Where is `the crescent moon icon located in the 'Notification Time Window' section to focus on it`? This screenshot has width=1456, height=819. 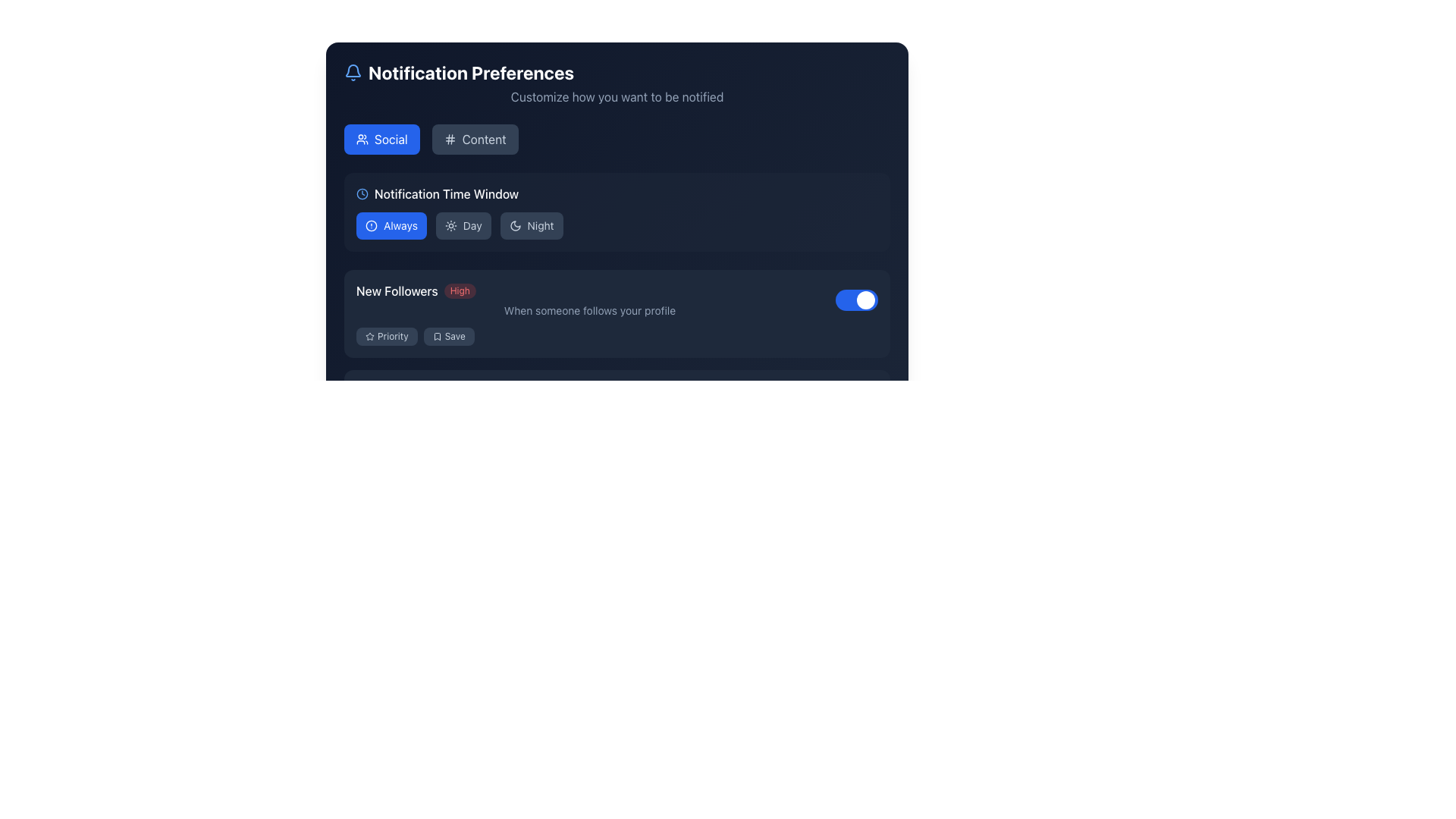 the crescent moon icon located in the 'Notification Time Window' section to focus on it is located at coordinates (515, 225).